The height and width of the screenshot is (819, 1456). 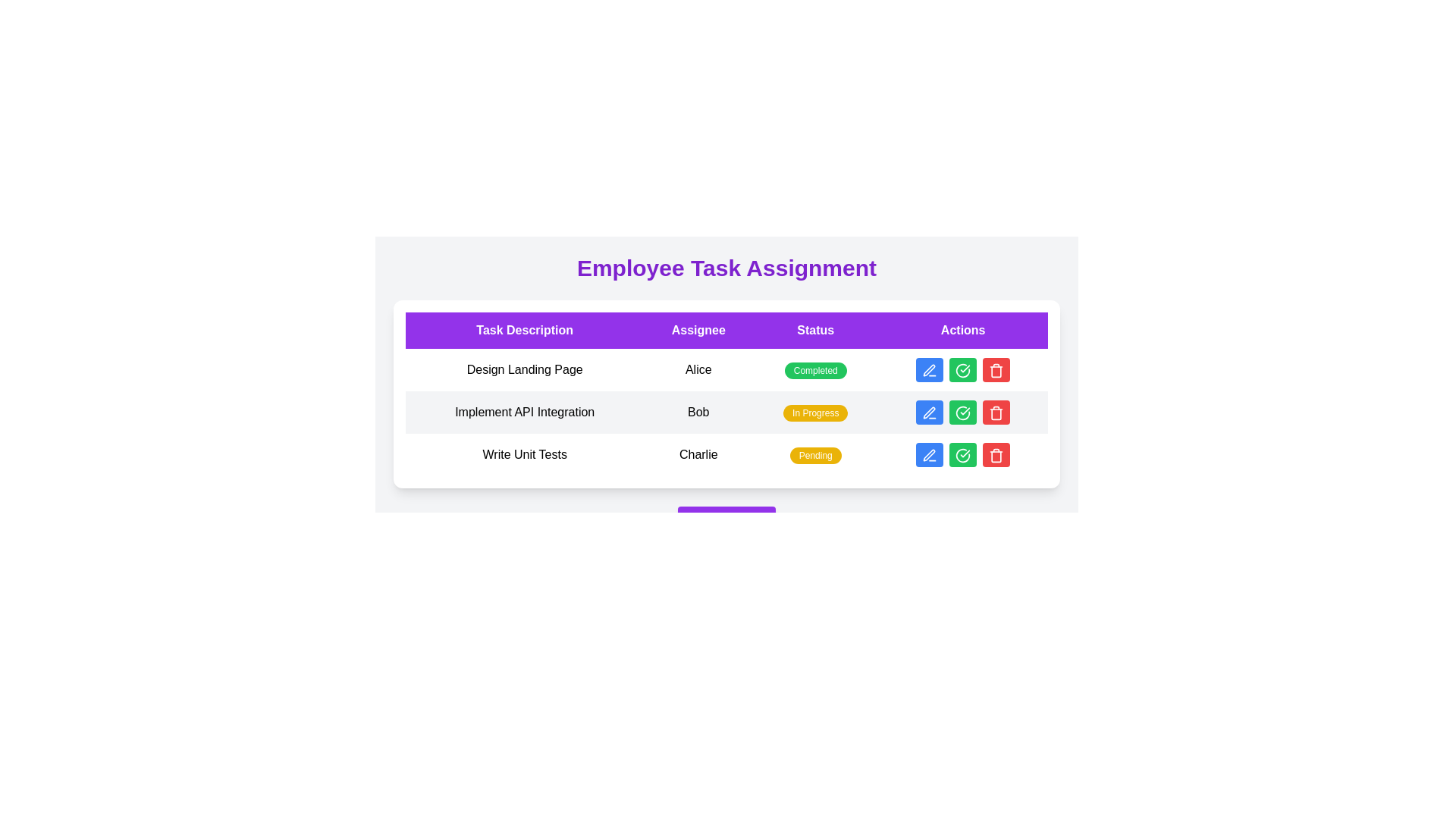 What do you see at coordinates (996, 414) in the screenshot?
I see `the trash can icon button located in the 'Actions' column of the second row in the table` at bounding box center [996, 414].